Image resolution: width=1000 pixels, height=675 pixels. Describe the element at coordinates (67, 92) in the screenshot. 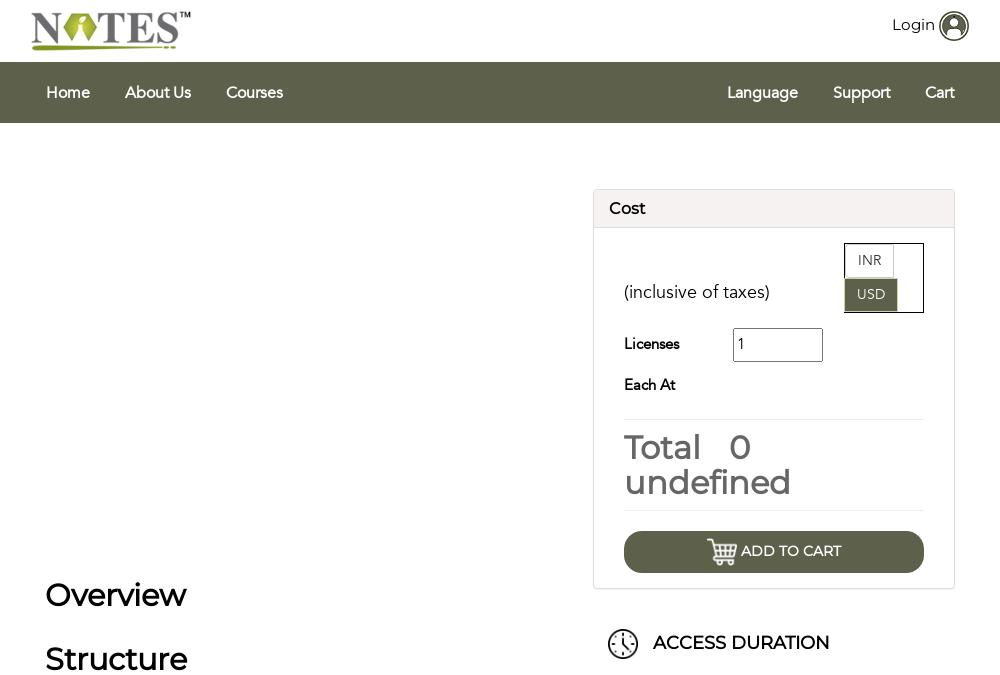

I see `'Home'` at that location.